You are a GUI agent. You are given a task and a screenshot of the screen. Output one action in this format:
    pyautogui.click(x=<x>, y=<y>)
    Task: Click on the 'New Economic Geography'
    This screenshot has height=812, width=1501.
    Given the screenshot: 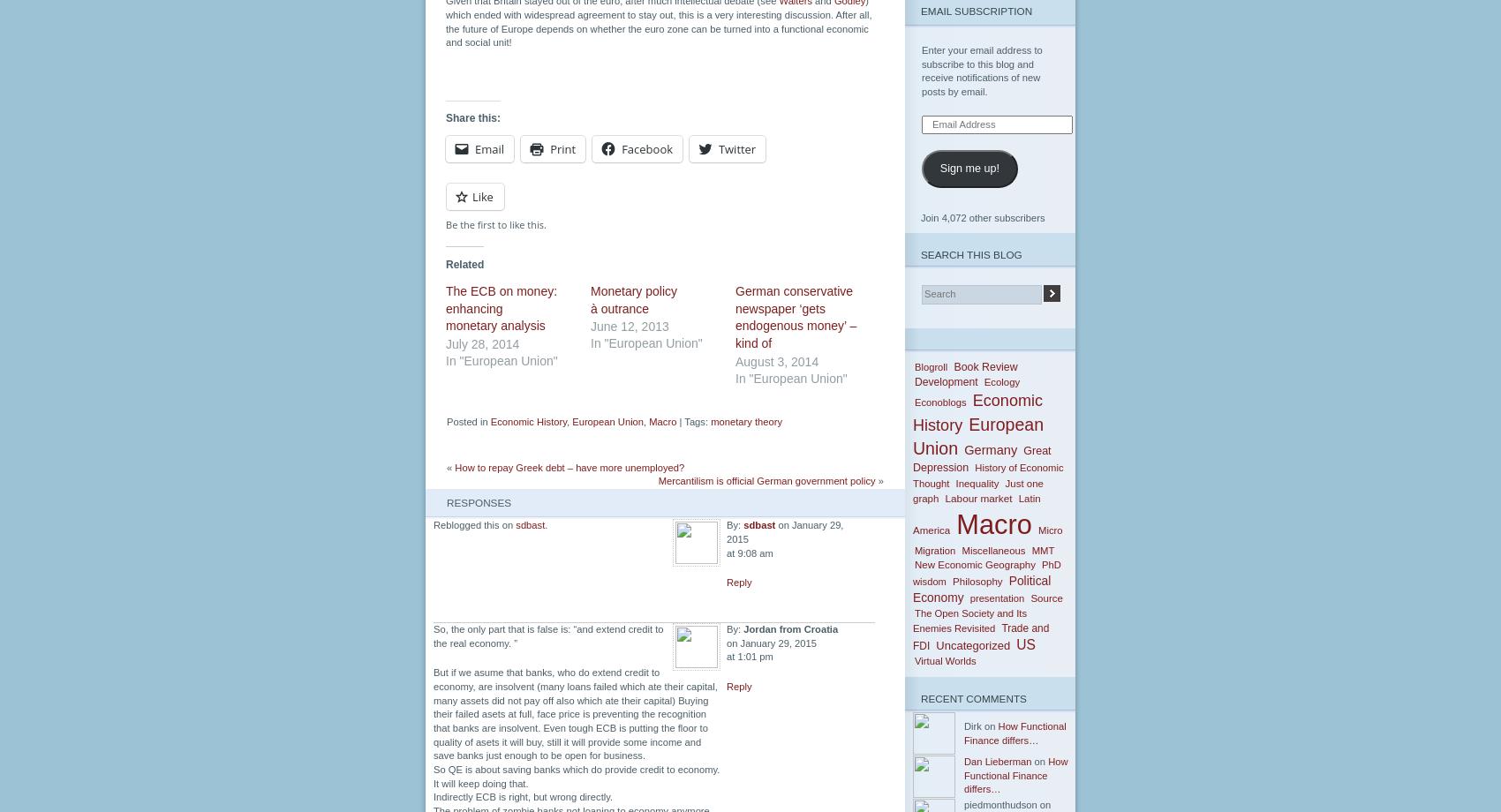 What is the action you would take?
    pyautogui.click(x=974, y=564)
    